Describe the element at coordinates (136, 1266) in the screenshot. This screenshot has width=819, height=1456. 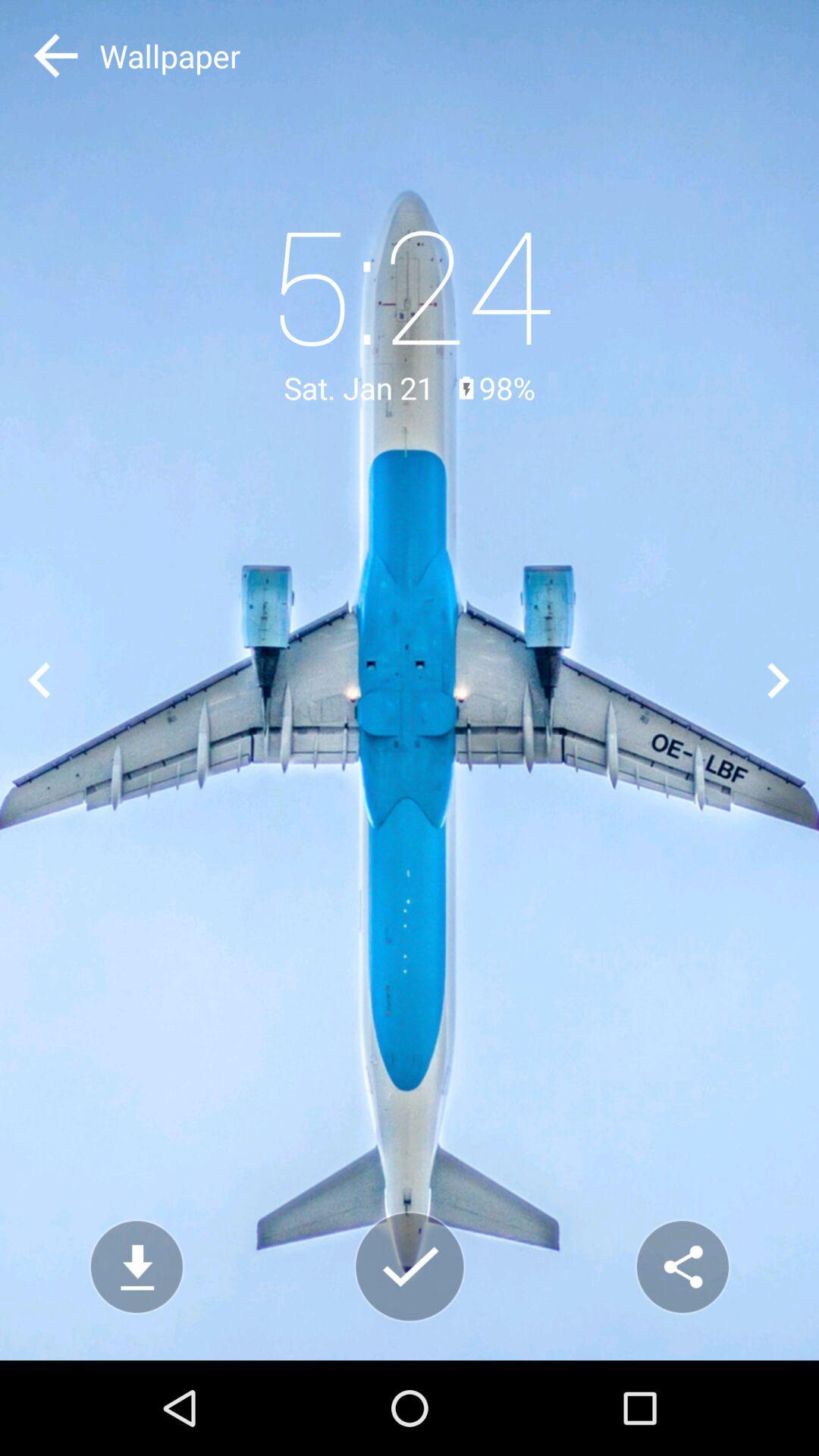
I see `down load option` at that location.